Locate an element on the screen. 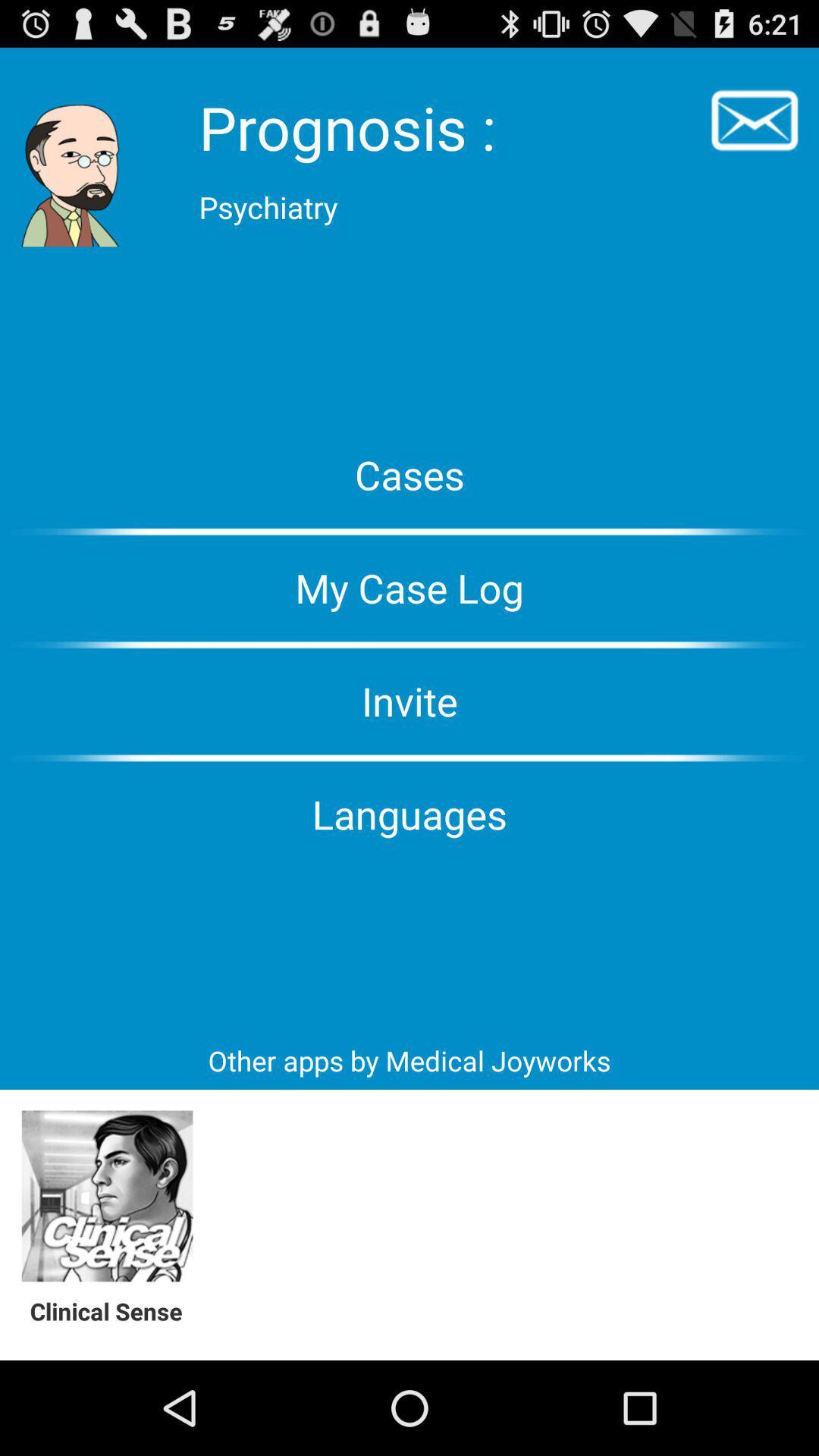 Image resolution: width=819 pixels, height=1456 pixels. item above other apps by item is located at coordinates (409, 813).